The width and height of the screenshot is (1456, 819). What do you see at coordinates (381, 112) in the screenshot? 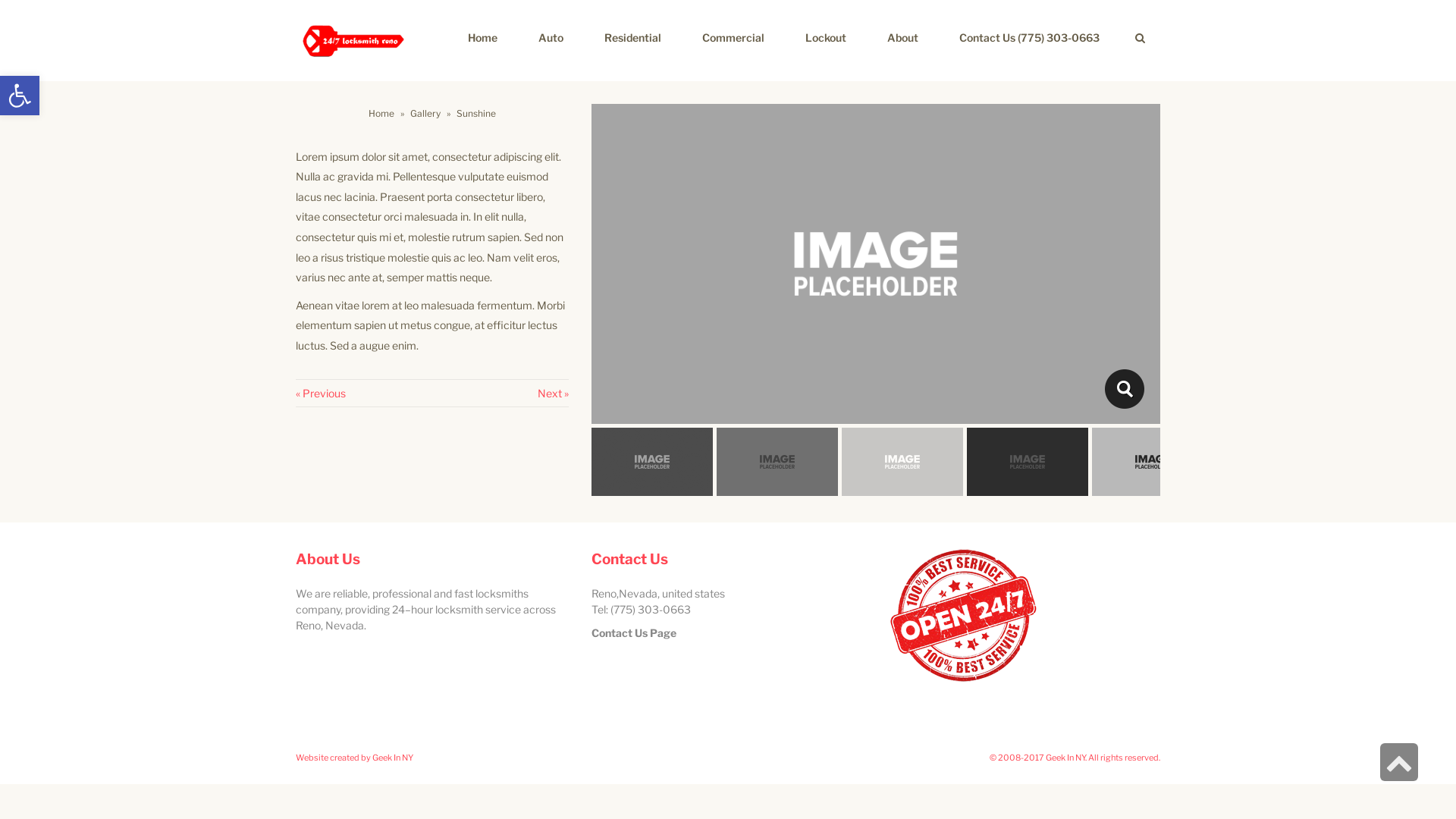
I see `'Home'` at bounding box center [381, 112].